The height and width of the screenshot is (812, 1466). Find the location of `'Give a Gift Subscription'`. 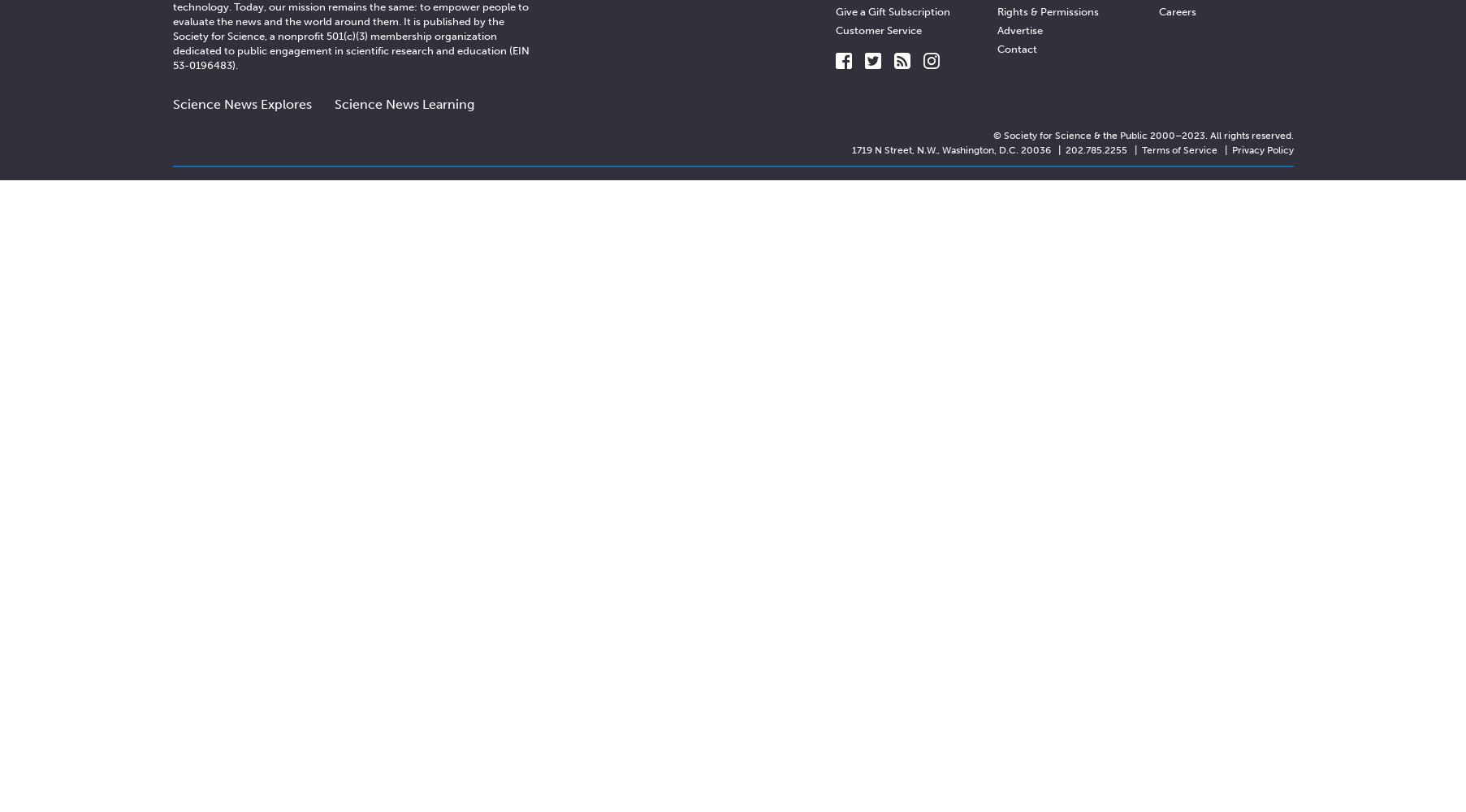

'Give a Gift Subscription' is located at coordinates (893, 11).